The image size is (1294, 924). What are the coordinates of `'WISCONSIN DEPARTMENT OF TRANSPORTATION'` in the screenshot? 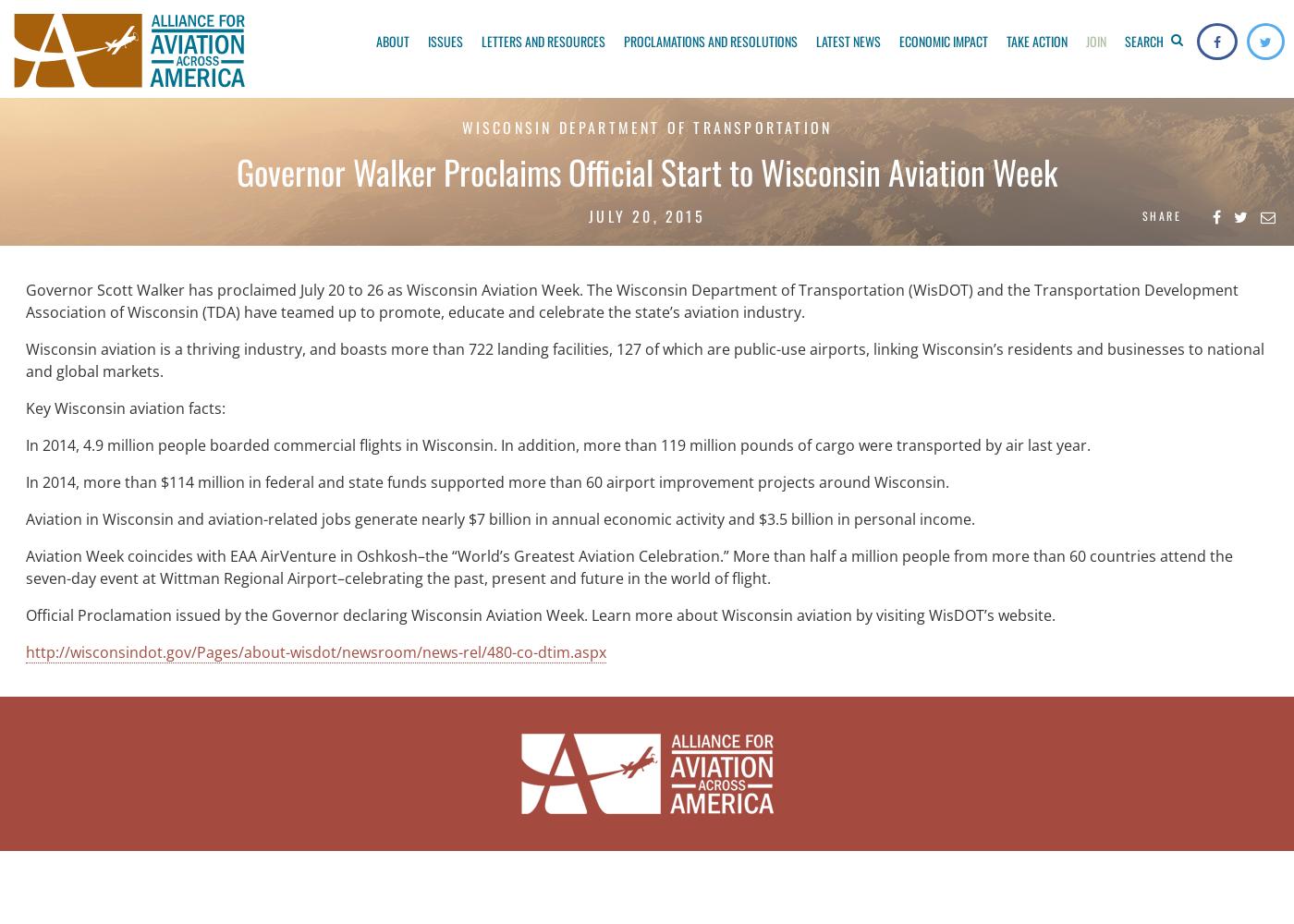 It's located at (460, 128).